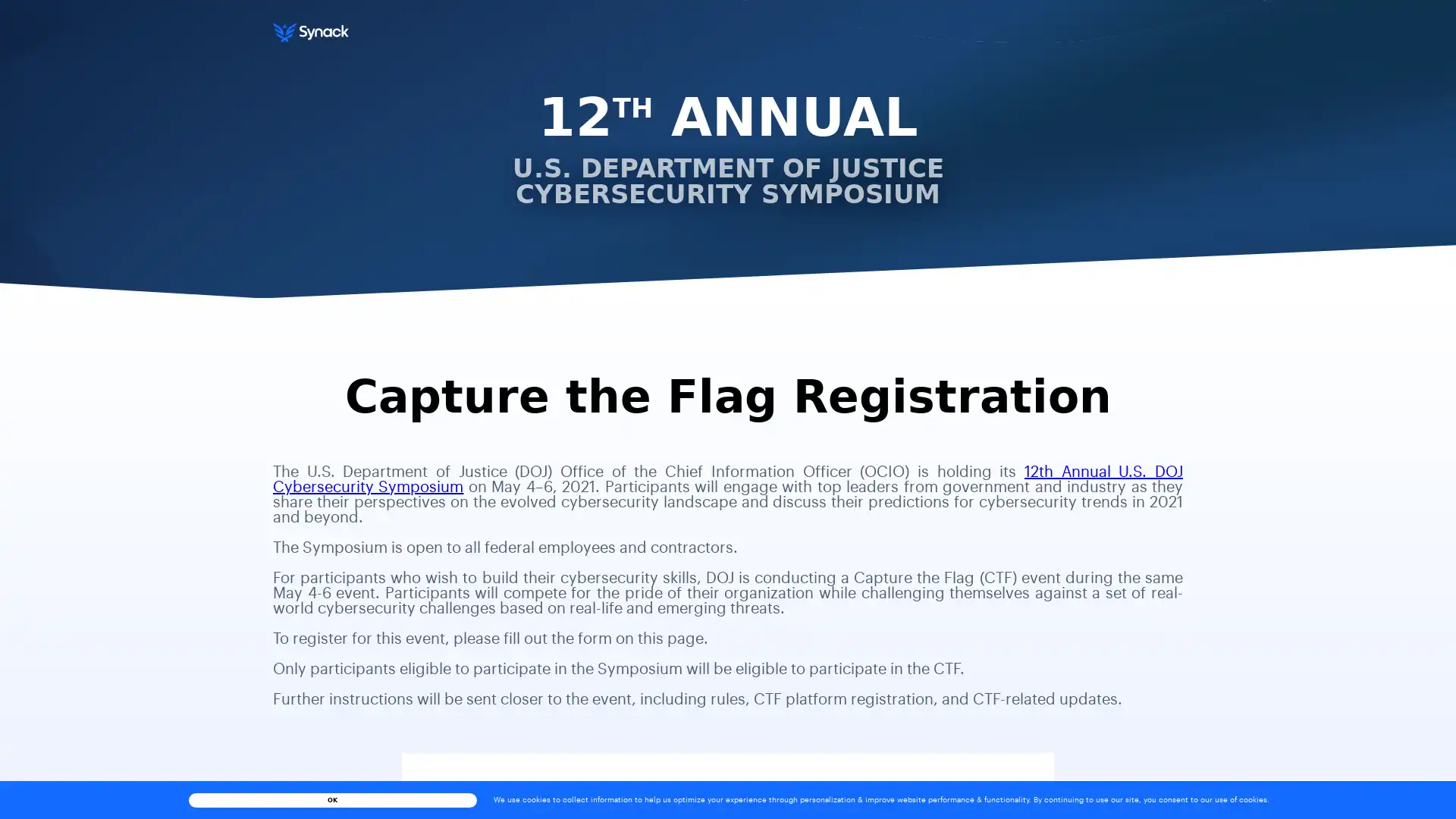 The height and width of the screenshot is (819, 1456). Describe the element at coordinates (331, 799) in the screenshot. I see `OK` at that location.